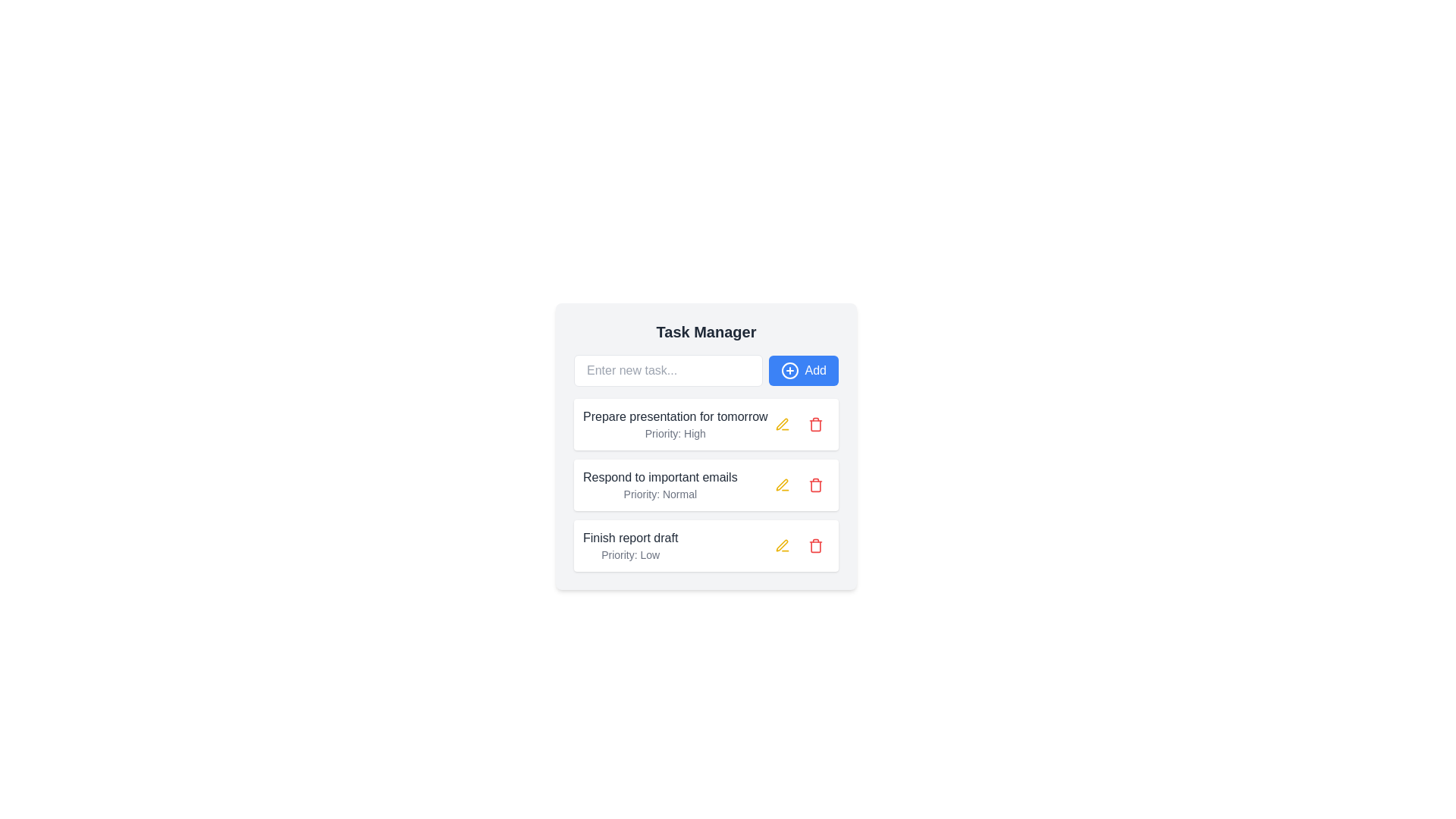 This screenshot has width=1456, height=819. What do you see at coordinates (783, 424) in the screenshot?
I see `the circular yellow button with a pen icon, which is the first interactive button in the control group of the first task item, to trigger its hover effect` at bounding box center [783, 424].